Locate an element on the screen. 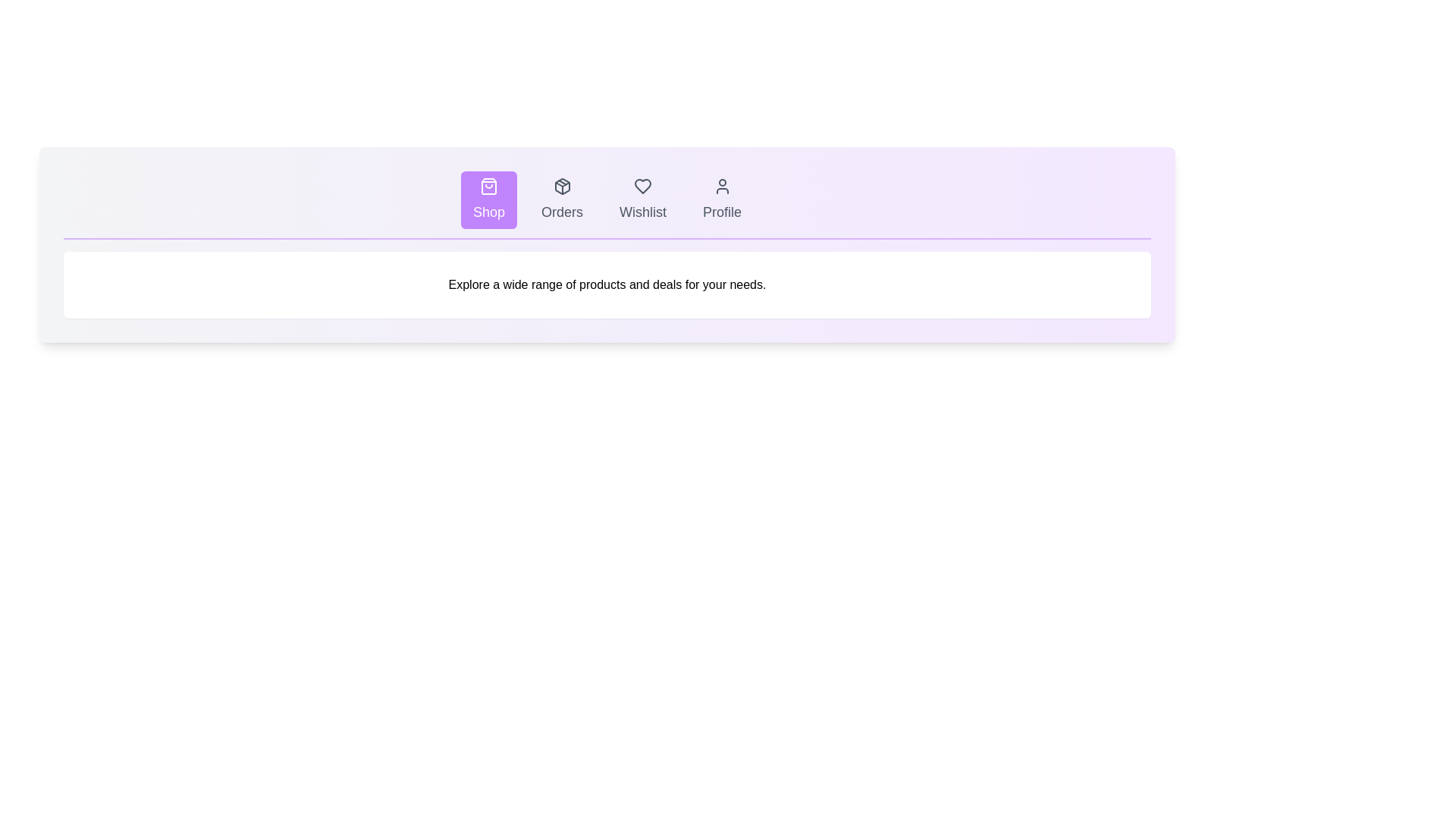  the tab corresponding to Orders by clicking on it is located at coordinates (560, 199).